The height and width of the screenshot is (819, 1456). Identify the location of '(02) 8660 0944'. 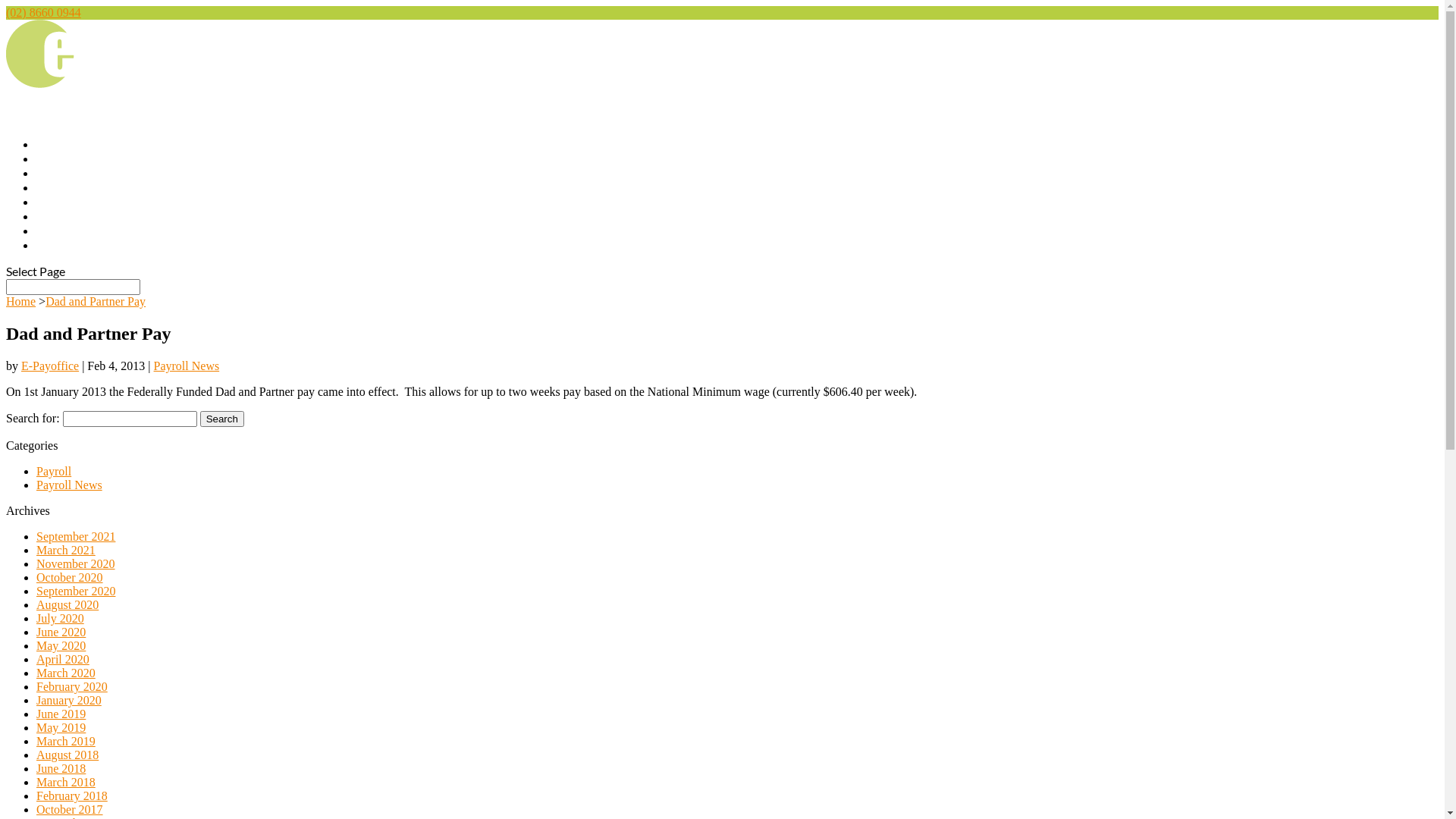
(43, 12).